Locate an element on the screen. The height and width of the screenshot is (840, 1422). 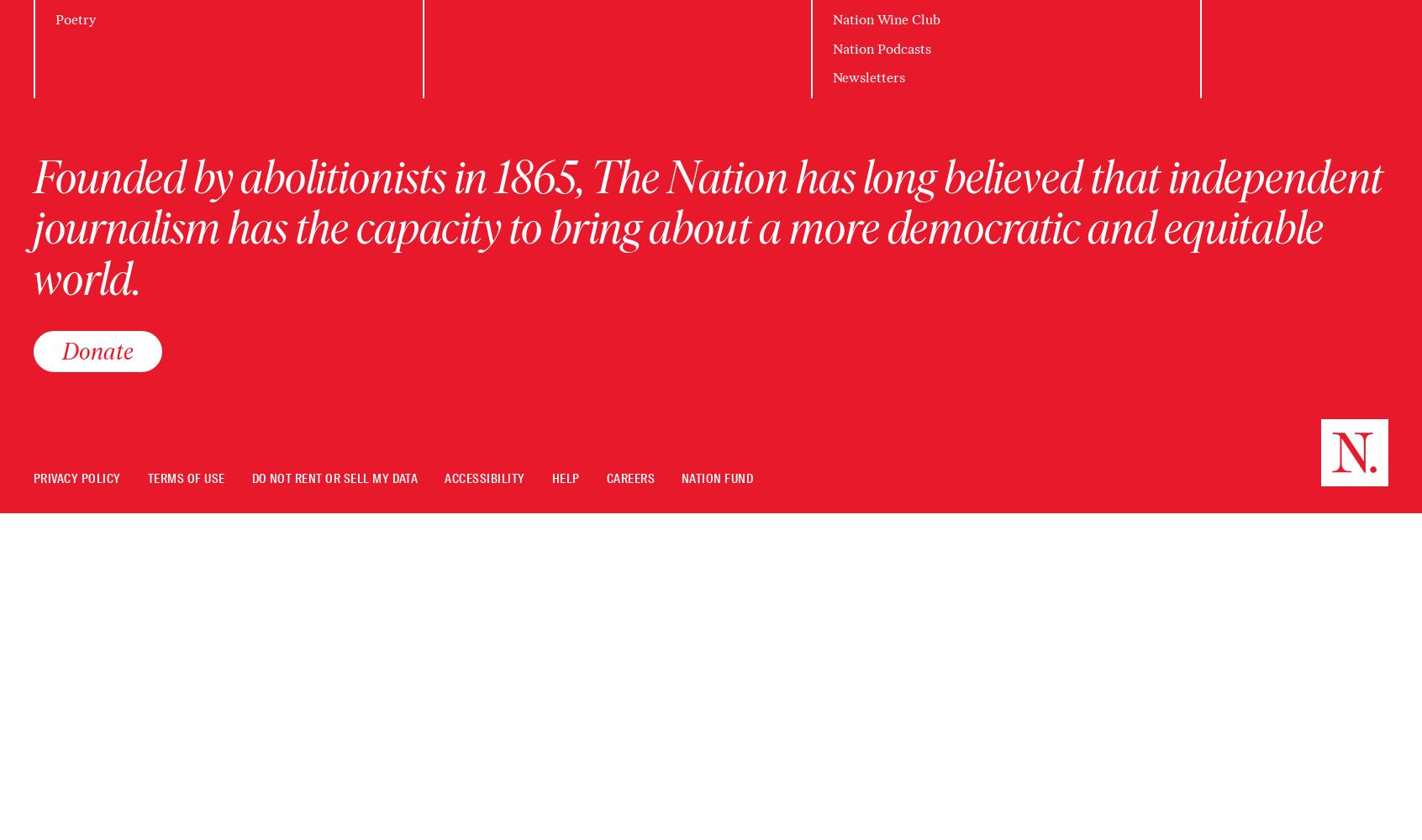
'Accessibility' is located at coordinates (444, 478).